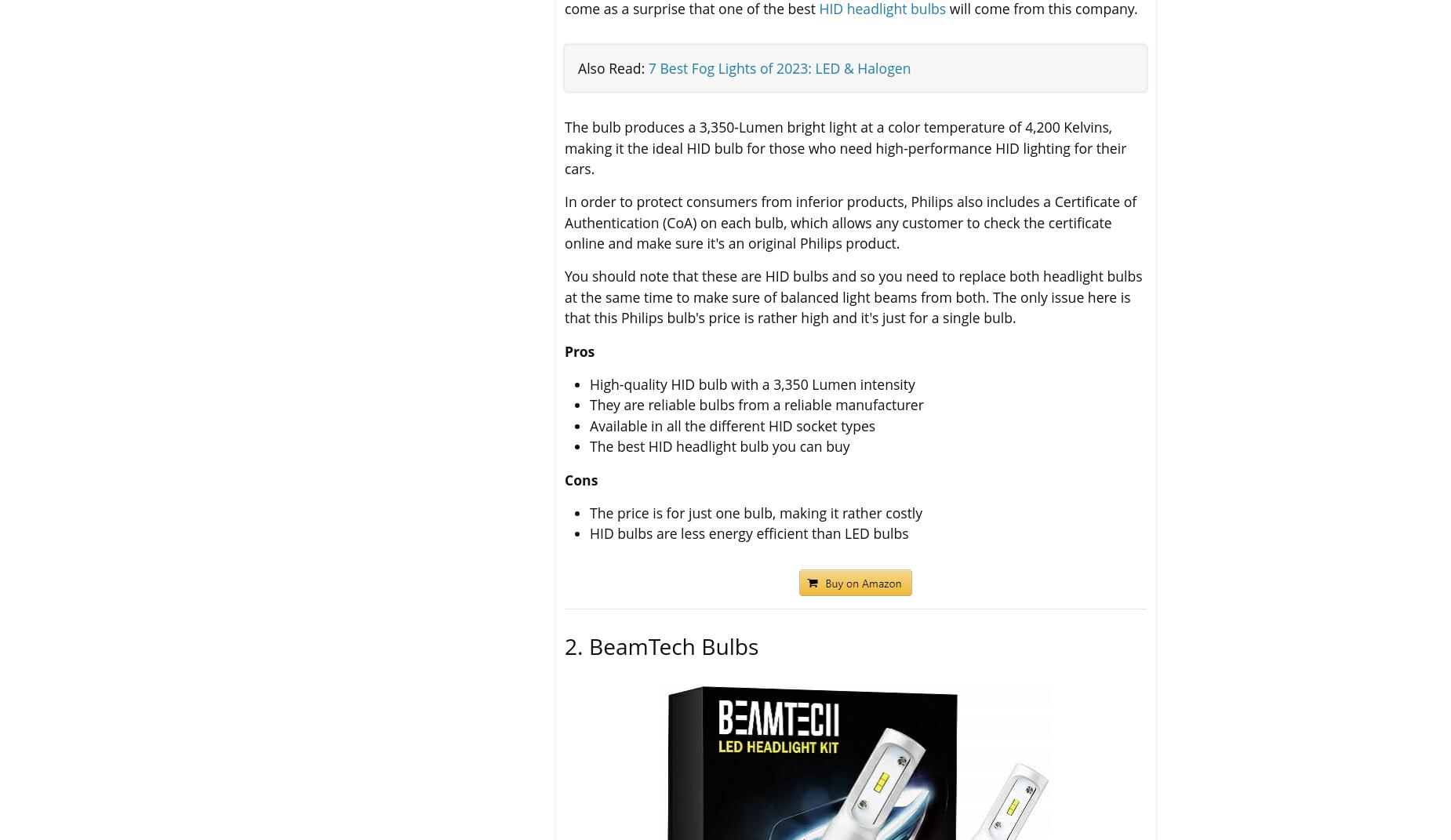  What do you see at coordinates (849, 222) in the screenshot?
I see `'In order to protect consumers from inferior products, Philips also includes a Certificate of Authentication (CoA) on each bulb, which allows any customer to check the certificate online and make sure it's an original Philips product.'` at bounding box center [849, 222].